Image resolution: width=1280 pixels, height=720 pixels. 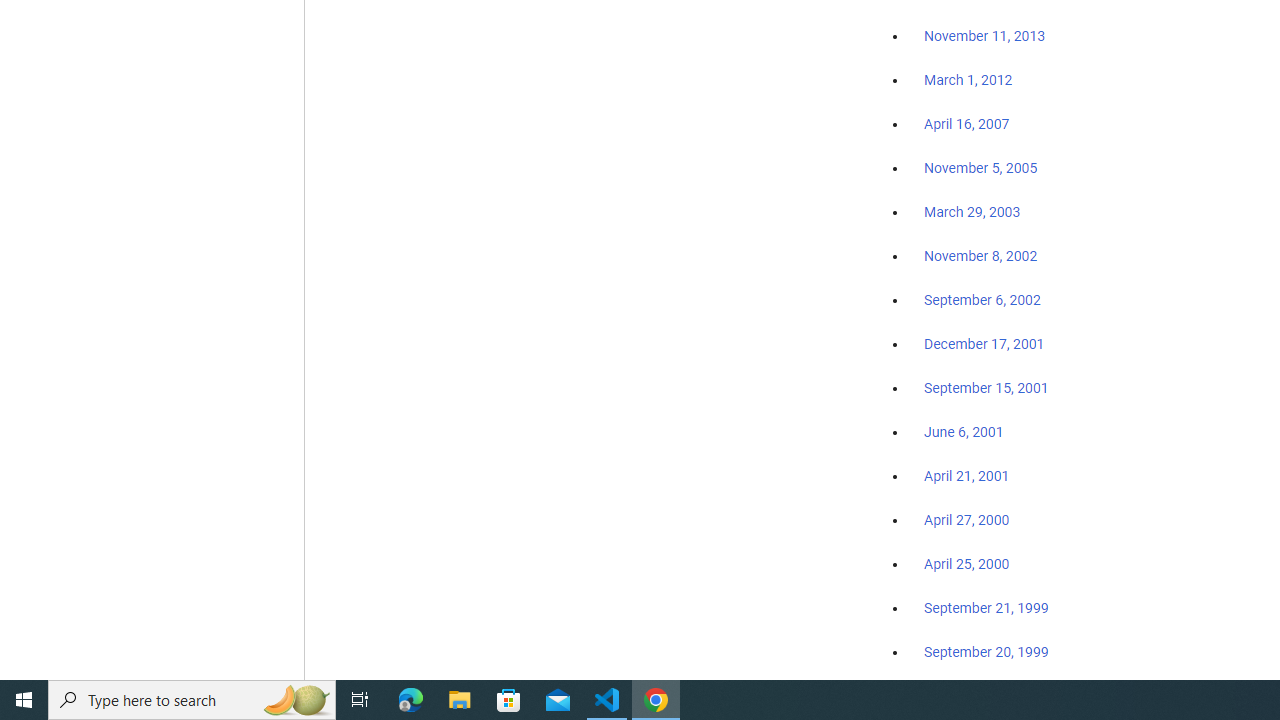 What do you see at coordinates (984, 342) in the screenshot?
I see `'December 17, 2001'` at bounding box center [984, 342].